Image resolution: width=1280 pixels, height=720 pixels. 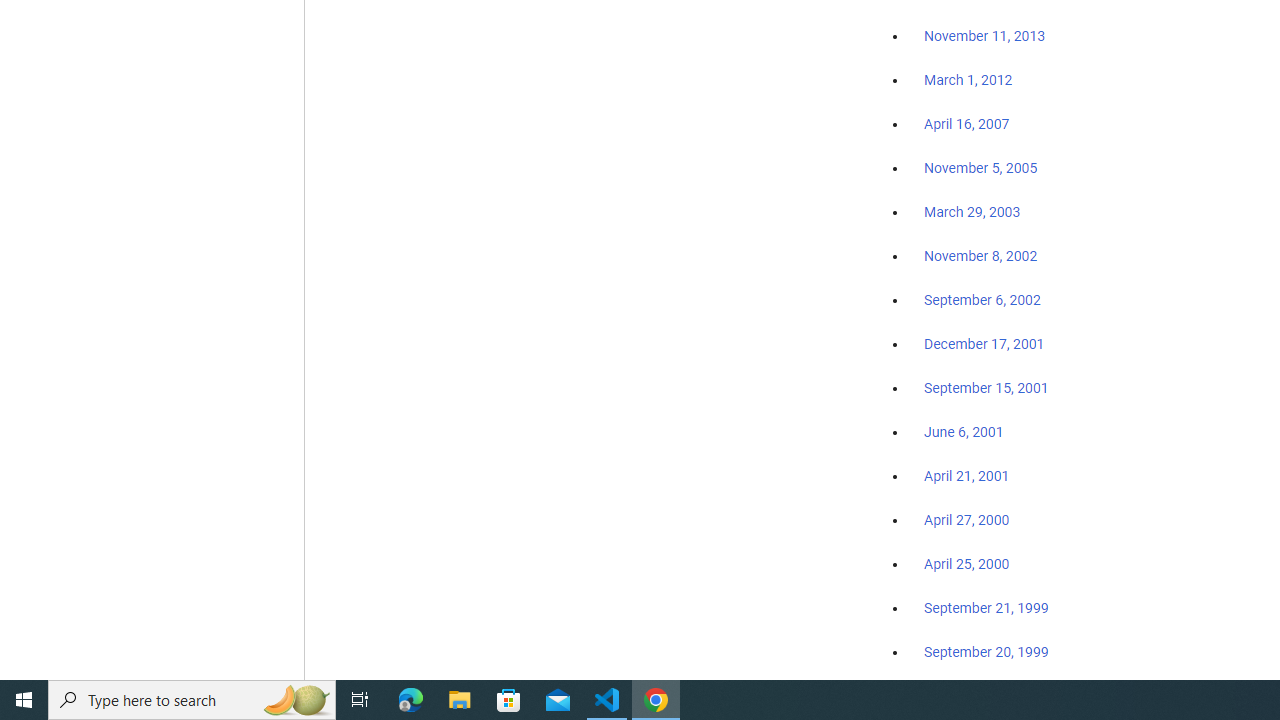 What do you see at coordinates (984, 342) in the screenshot?
I see `'December 17, 2001'` at bounding box center [984, 342].